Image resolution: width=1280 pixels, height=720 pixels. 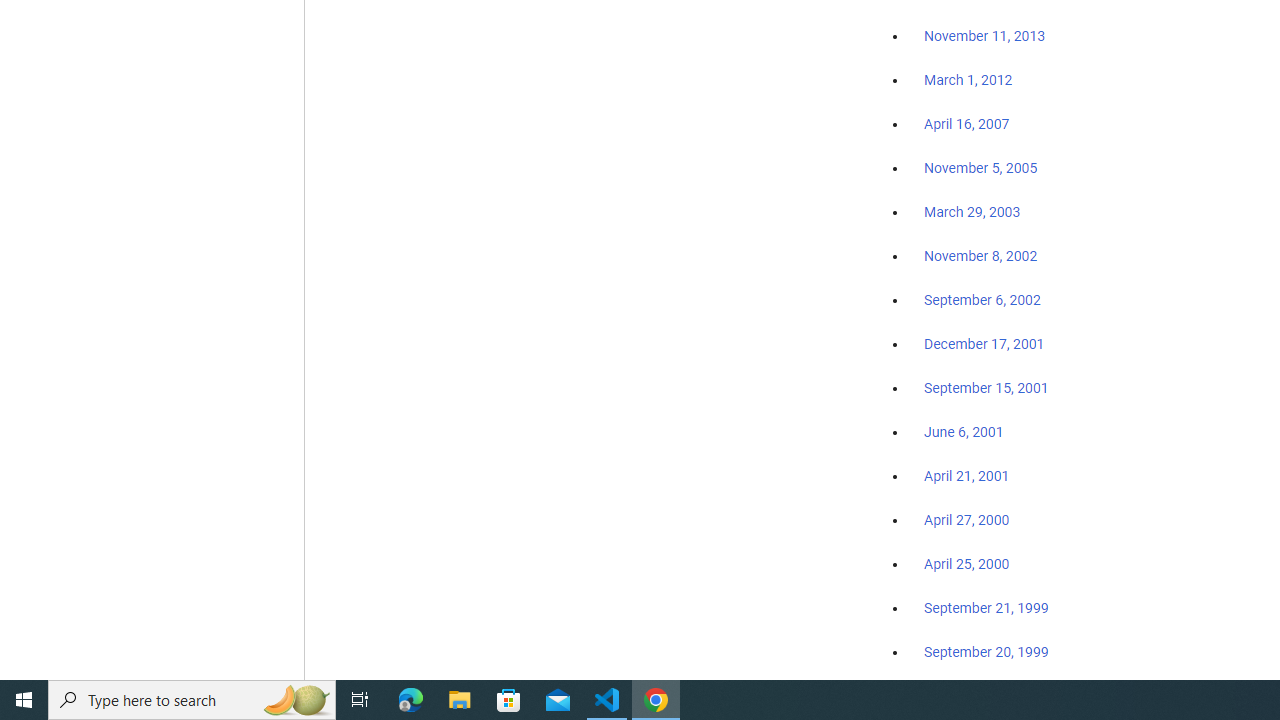 What do you see at coordinates (984, 342) in the screenshot?
I see `'December 17, 2001'` at bounding box center [984, 342].